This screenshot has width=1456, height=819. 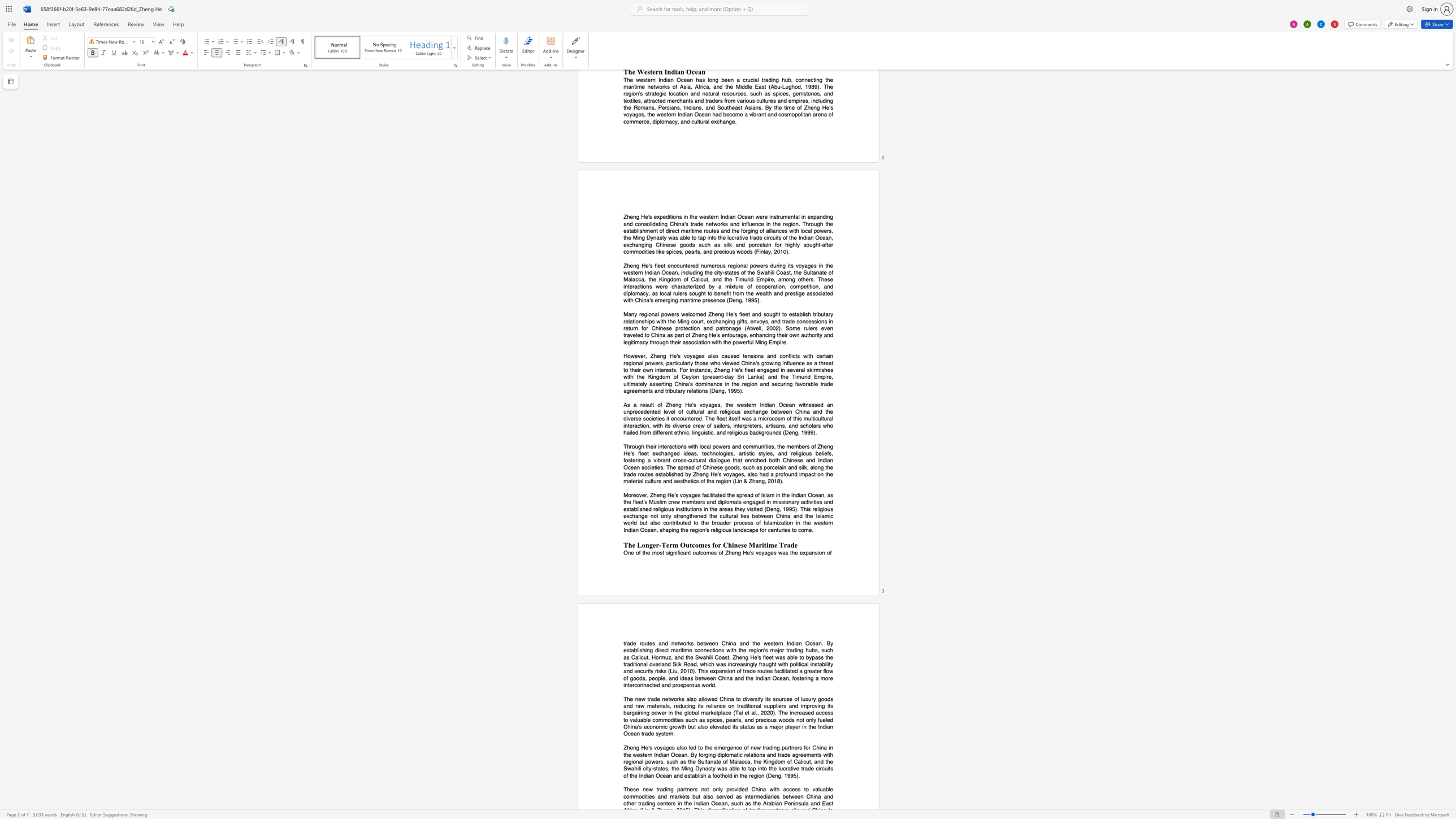 What do you see at coordinates (762, 768) in the screenshot?
I see `the subset text "to the lucrative trade ci" within the text ", and the Swahili city-states, the Ming Dynasty was able to tap into the lucrative trade circuits of the Indian Ocean and"` at bounding box center [762, 768].